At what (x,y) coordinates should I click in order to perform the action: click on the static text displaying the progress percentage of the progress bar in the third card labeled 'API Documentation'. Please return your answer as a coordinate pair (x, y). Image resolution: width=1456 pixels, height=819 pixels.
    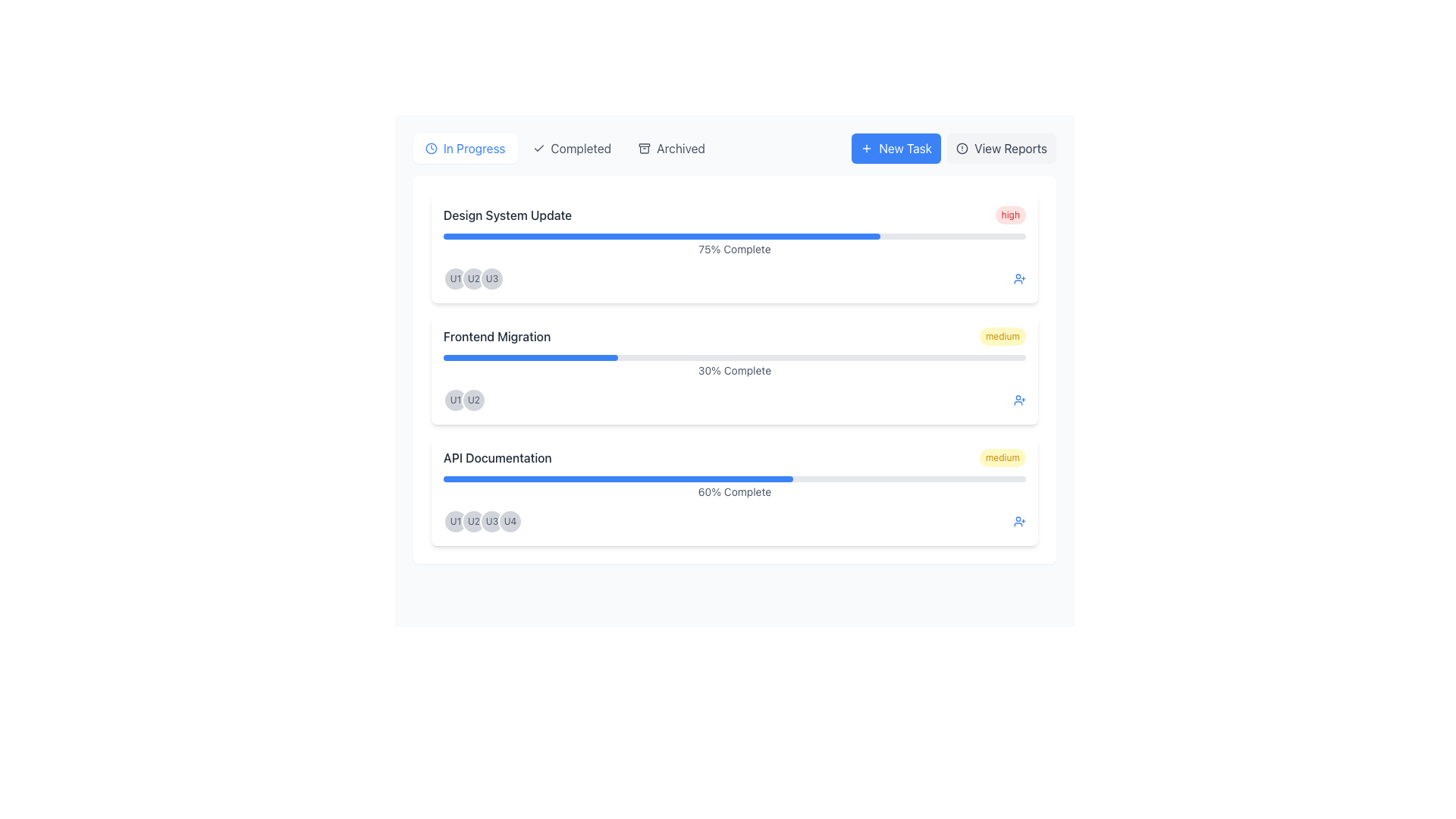
    Looking at the image, I should click on (735, 491).